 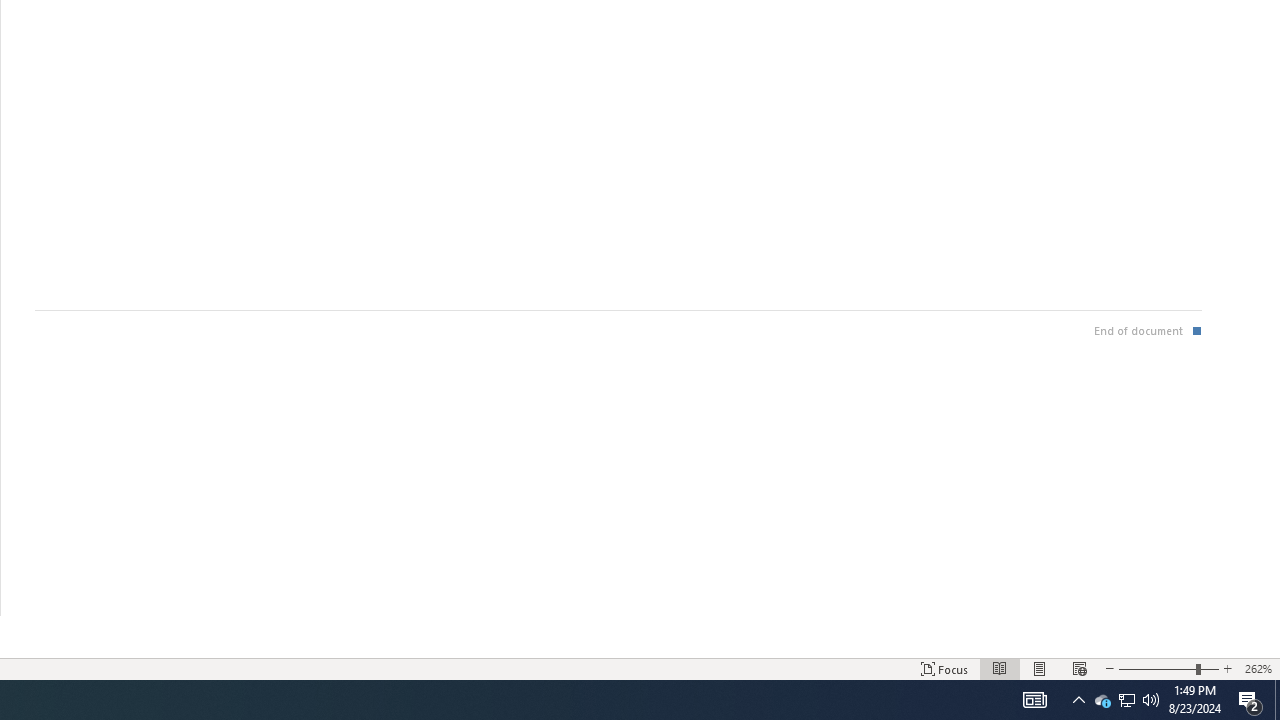 I want to click on 'Zoom In', so click(x=1208, y=669).